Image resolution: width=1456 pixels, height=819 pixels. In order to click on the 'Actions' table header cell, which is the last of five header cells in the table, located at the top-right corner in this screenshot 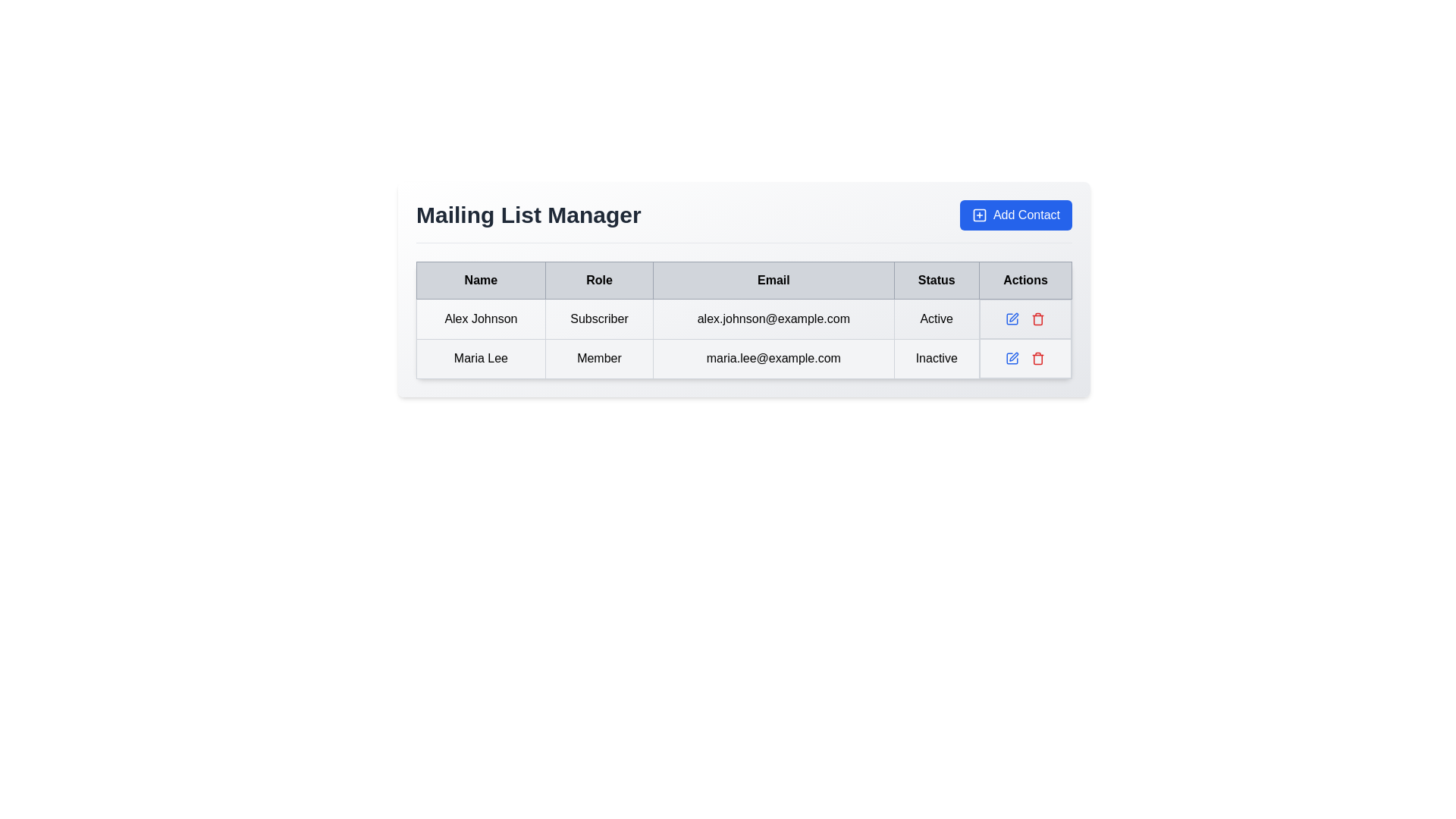, I will do `click(1025, 281)`.